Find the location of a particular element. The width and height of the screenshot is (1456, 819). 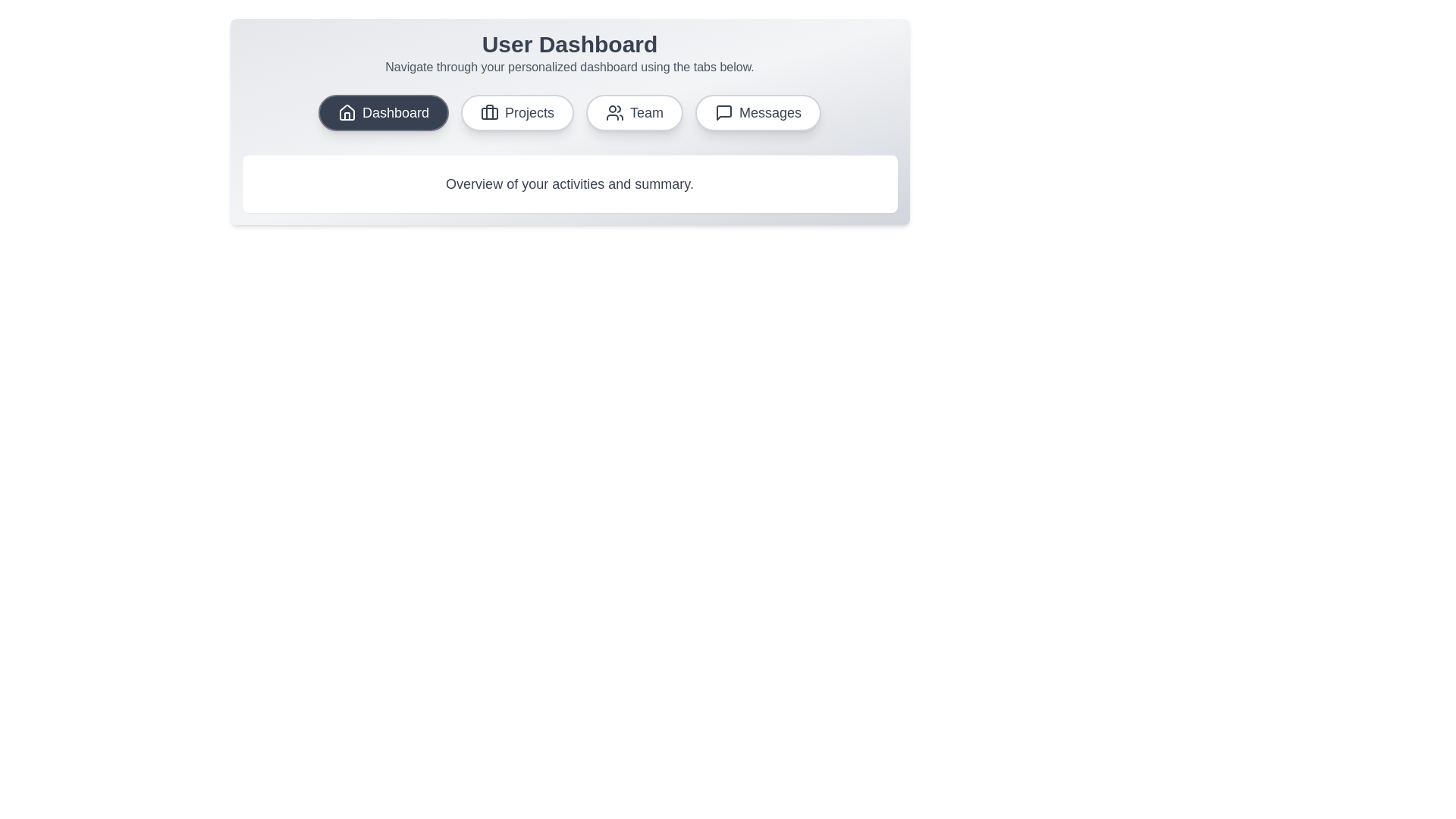

the tab corresponding to Projects is located at coordinates (517, 112).